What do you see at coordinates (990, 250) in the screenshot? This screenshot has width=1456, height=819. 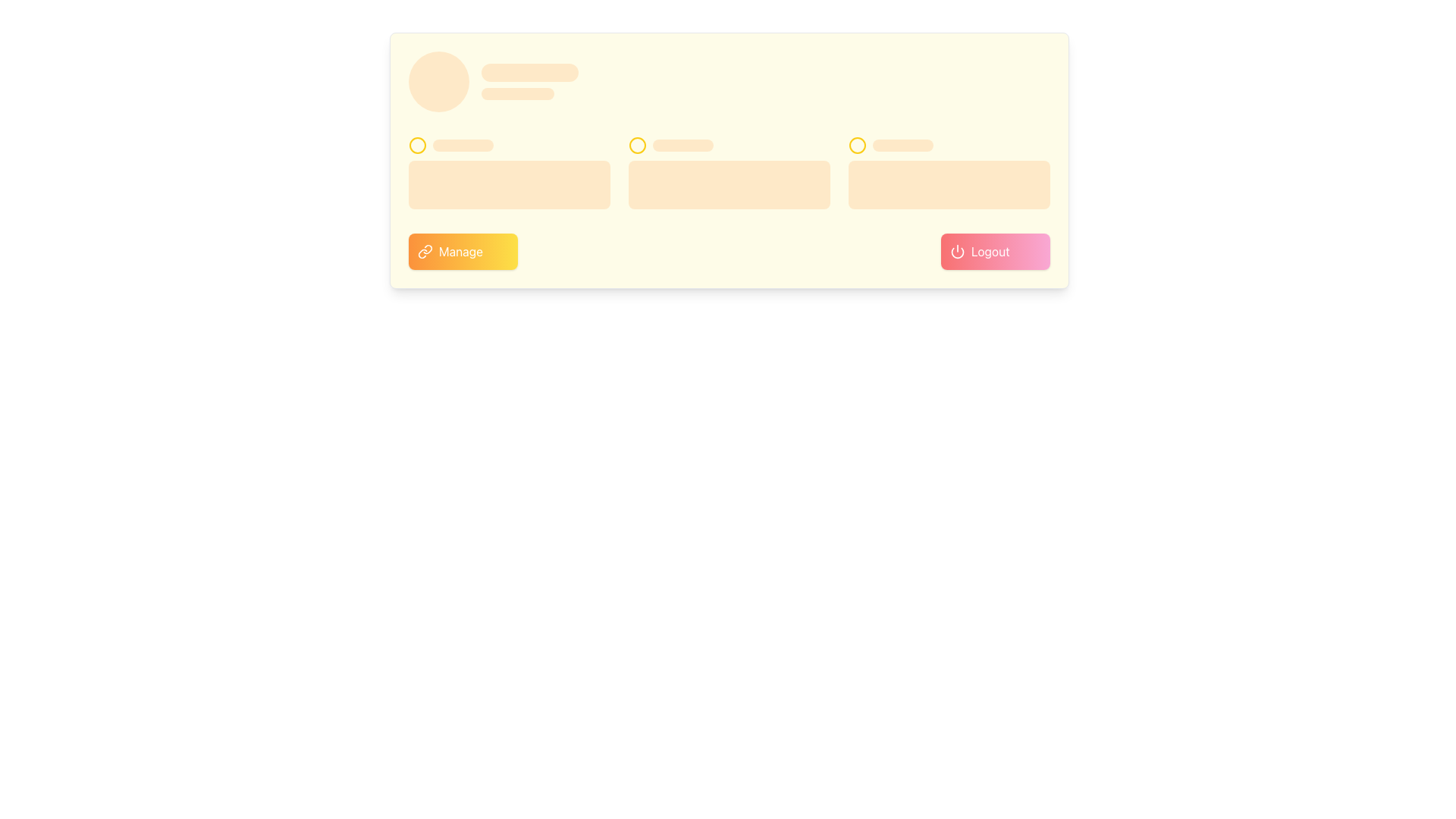 I see `the 'Logout' text label, which is displayed in white on a pink gradient background, located at the center-right of a rounded rectangle button with a power symbol` at bounding box center [990, 250].